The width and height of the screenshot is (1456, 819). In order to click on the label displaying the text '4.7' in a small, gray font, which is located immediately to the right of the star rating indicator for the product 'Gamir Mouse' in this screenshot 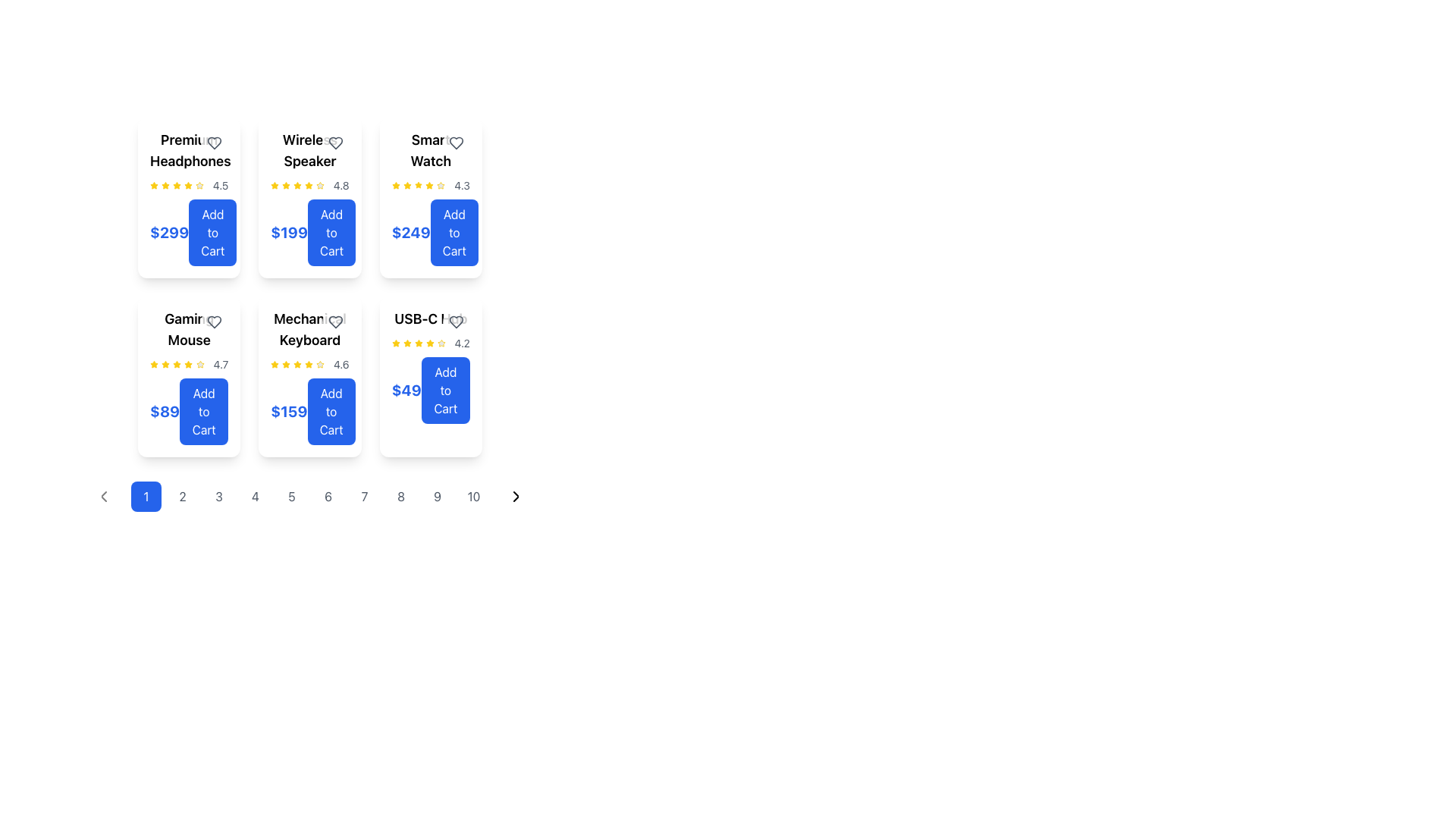, I will do `click(220, 365)`.